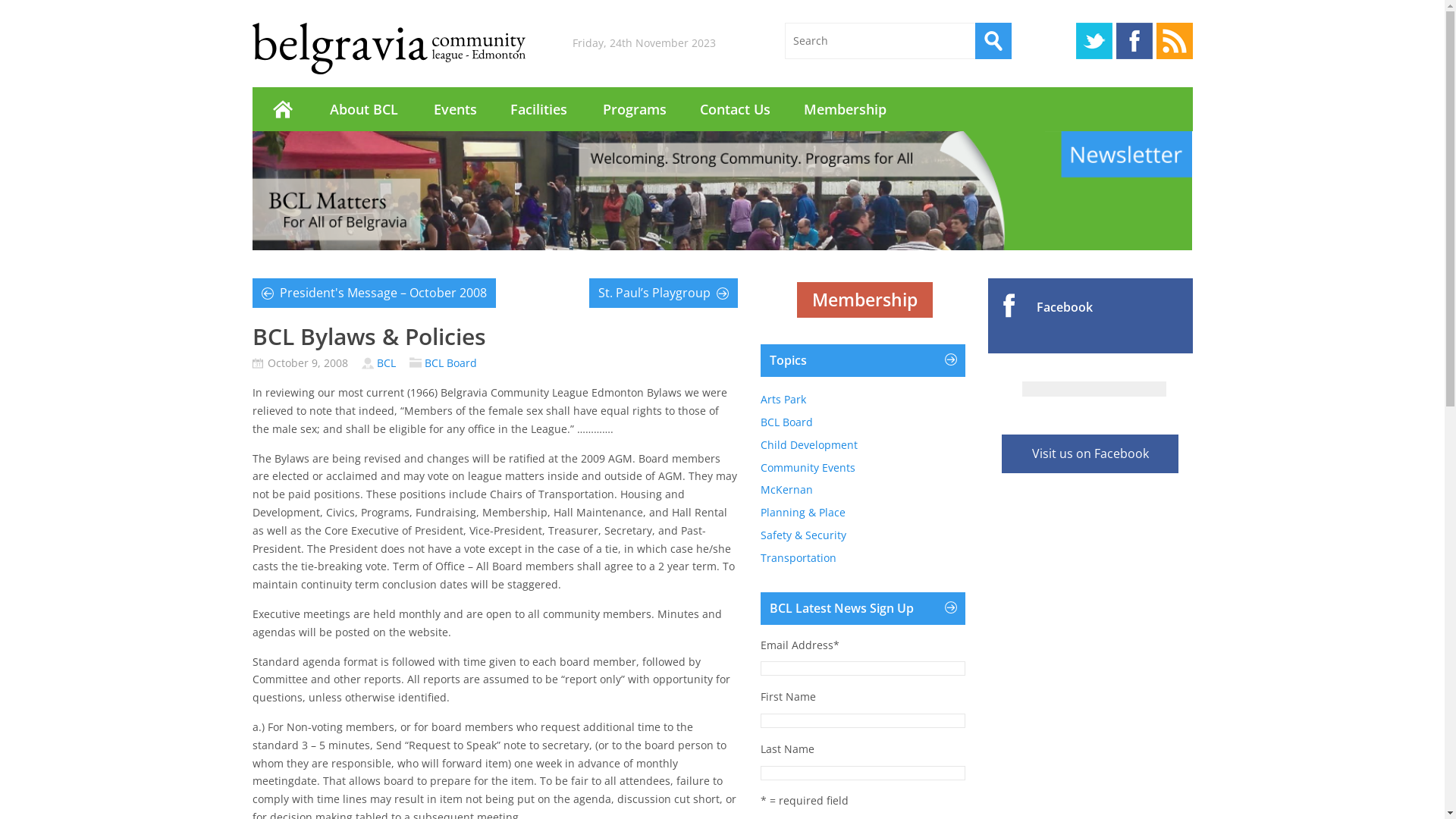 The image size is (1456, 819). What do you see at coordinates (734, 108) in the screenshot?
I see `'Contact Us'` at bounding box center [734, 108].